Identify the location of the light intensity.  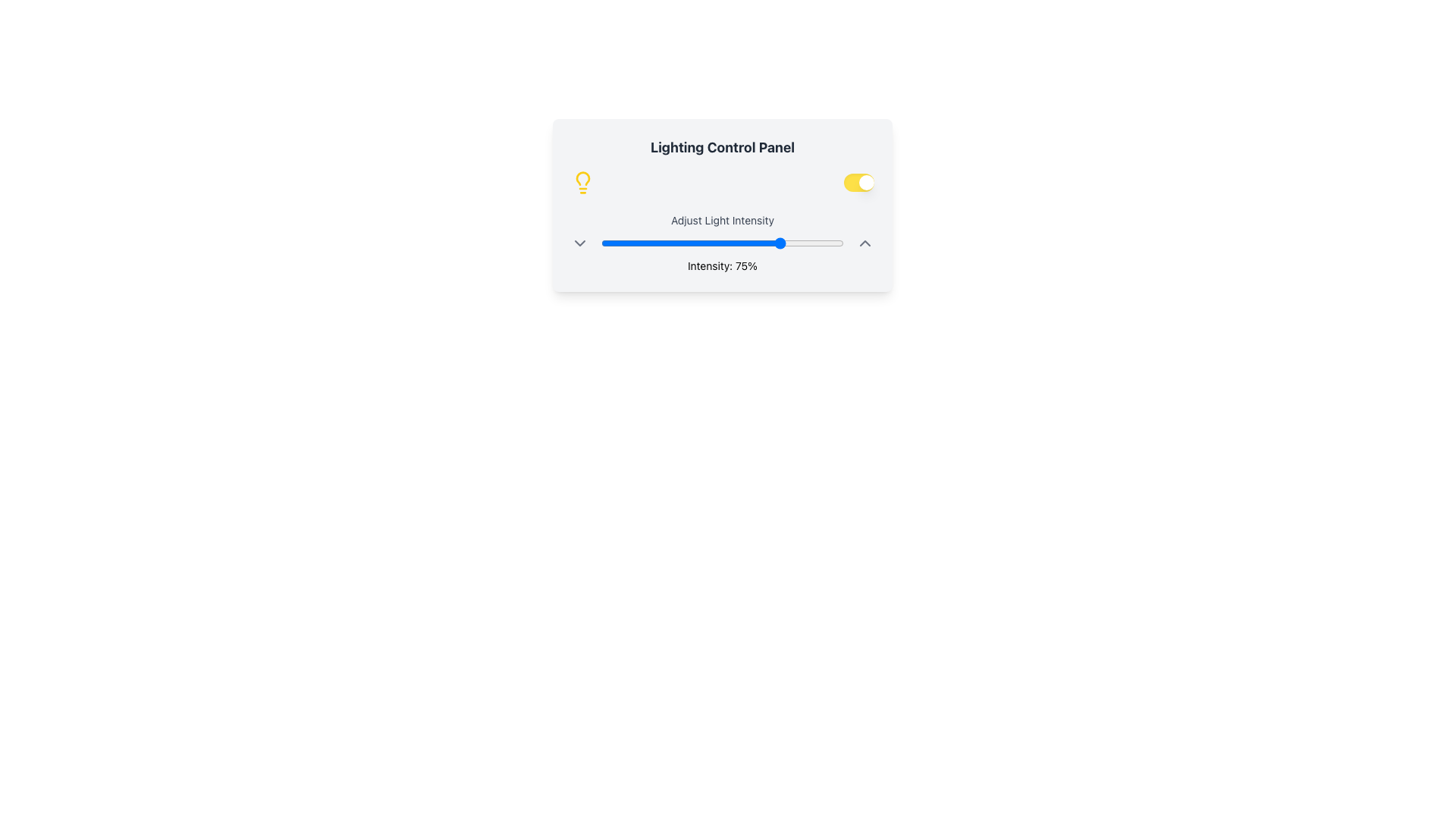
(771, 242).